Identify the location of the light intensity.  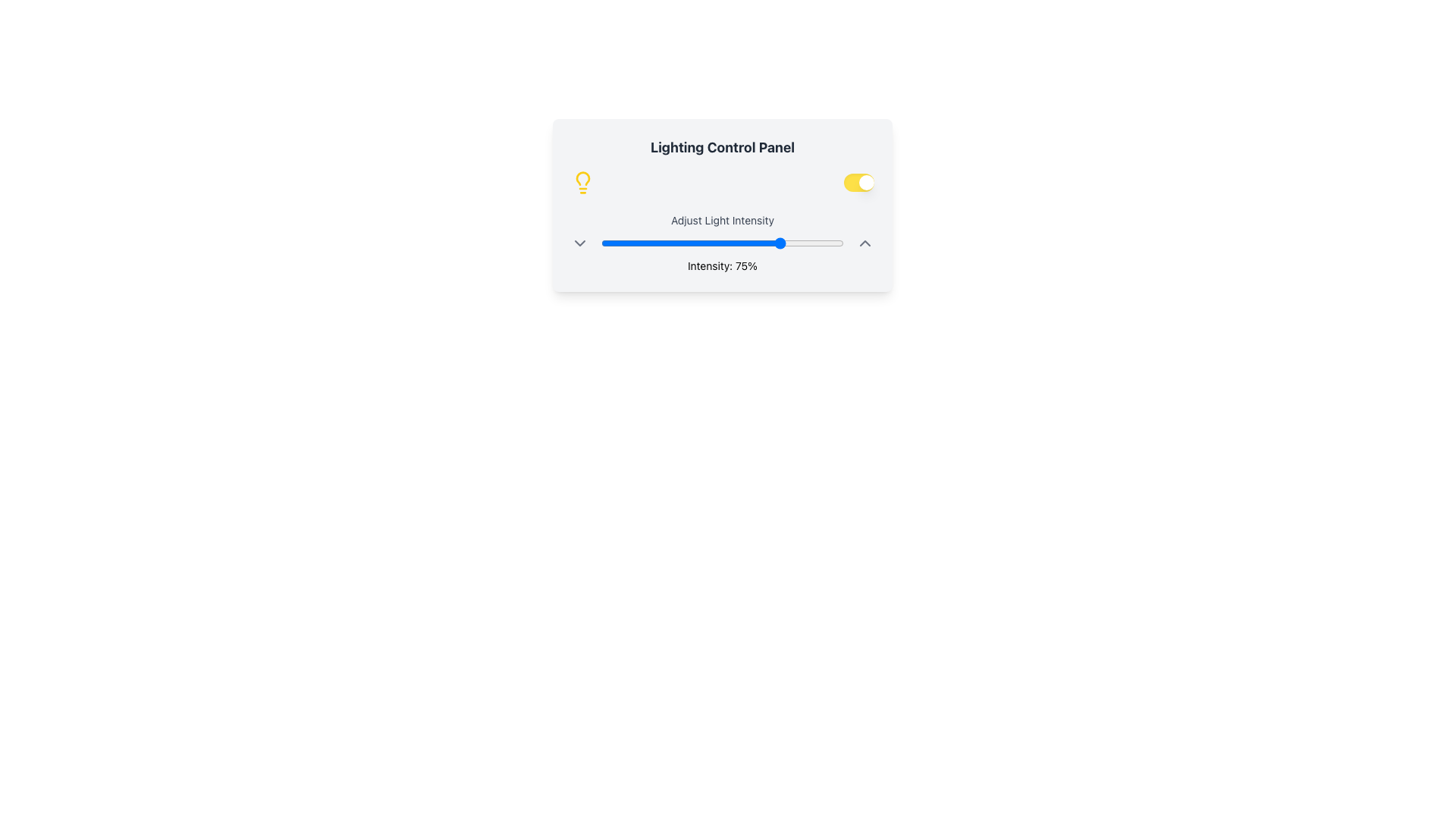
(771, 242).